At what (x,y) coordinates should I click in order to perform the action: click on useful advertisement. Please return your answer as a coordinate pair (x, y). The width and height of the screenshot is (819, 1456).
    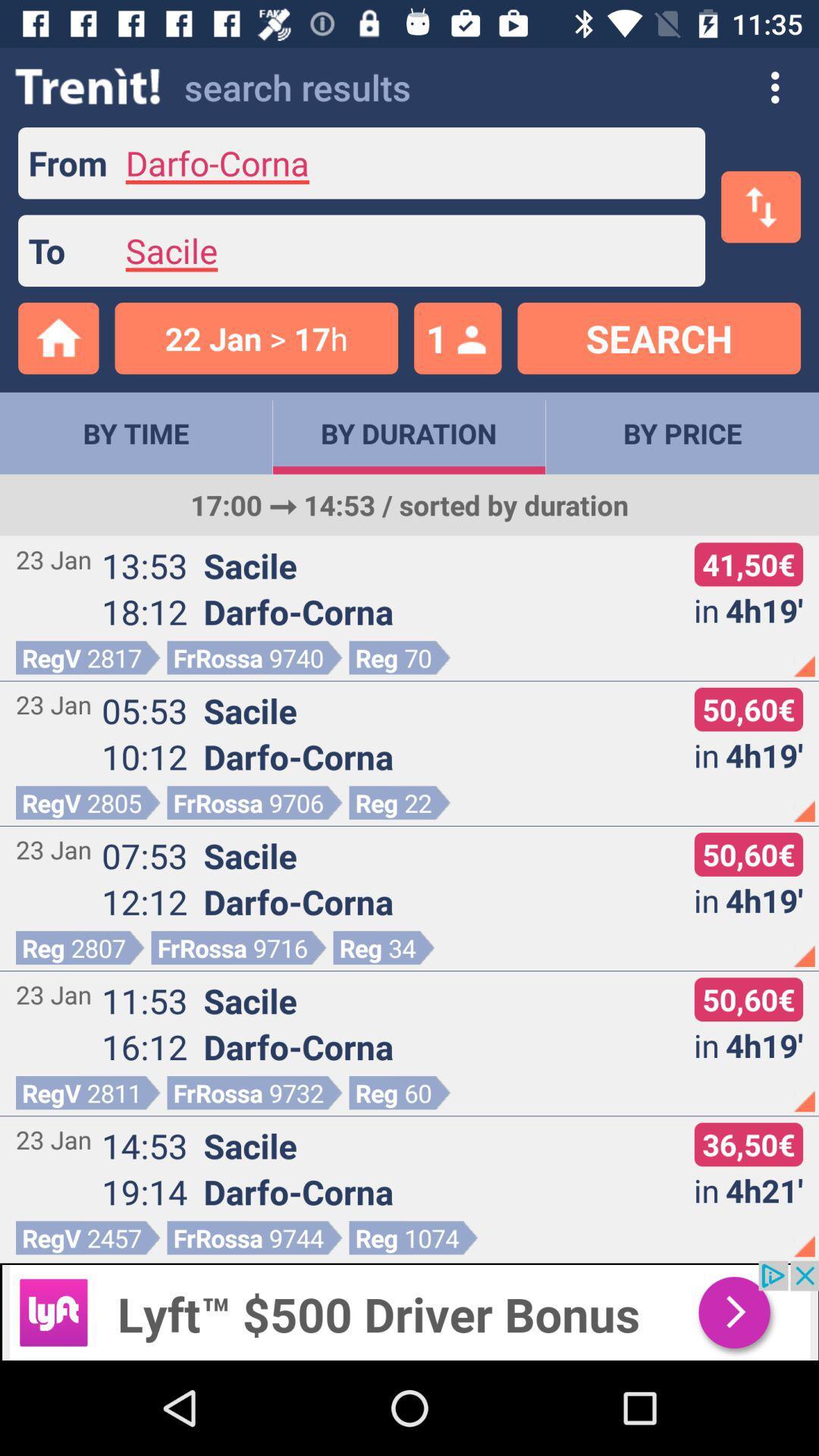
    Looking at the image, I should click on (409, 1310).